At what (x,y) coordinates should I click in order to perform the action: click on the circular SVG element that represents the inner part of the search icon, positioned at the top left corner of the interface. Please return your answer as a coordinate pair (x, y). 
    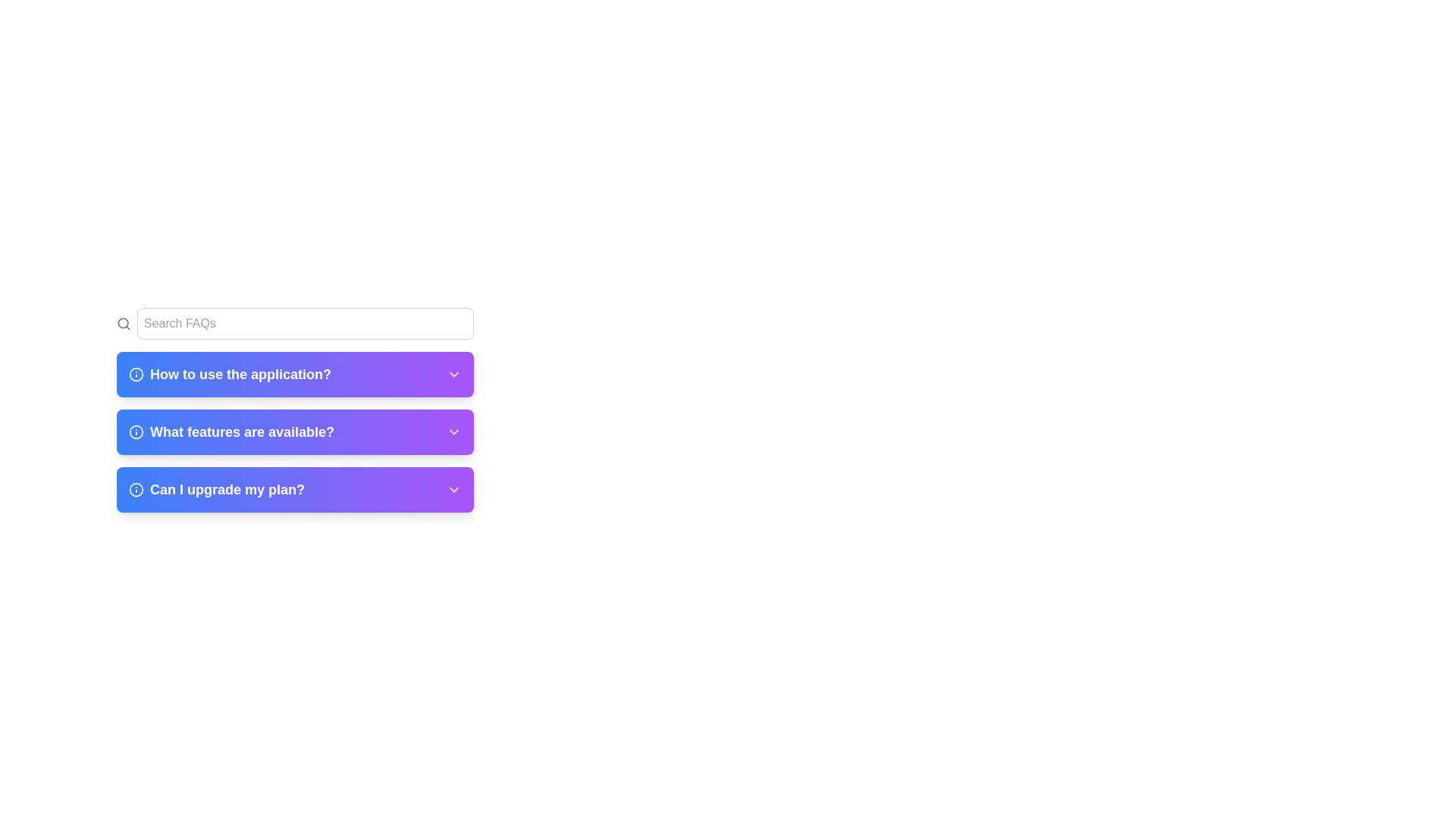
    Looking at the image, I should click on (123, 322).